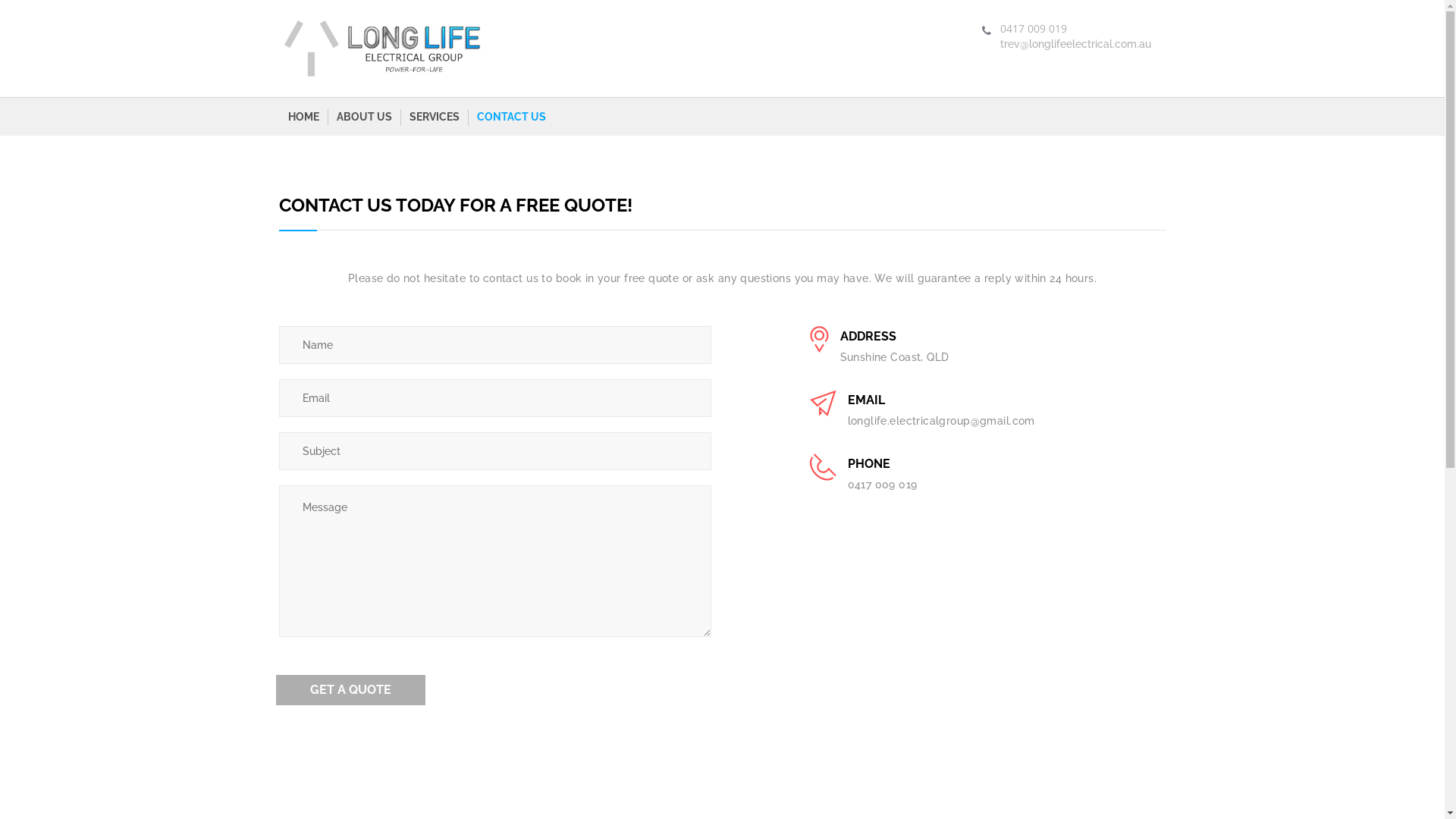  I want to click on 'trev@longlifeelectrical.com.au', so click(1074, 42).